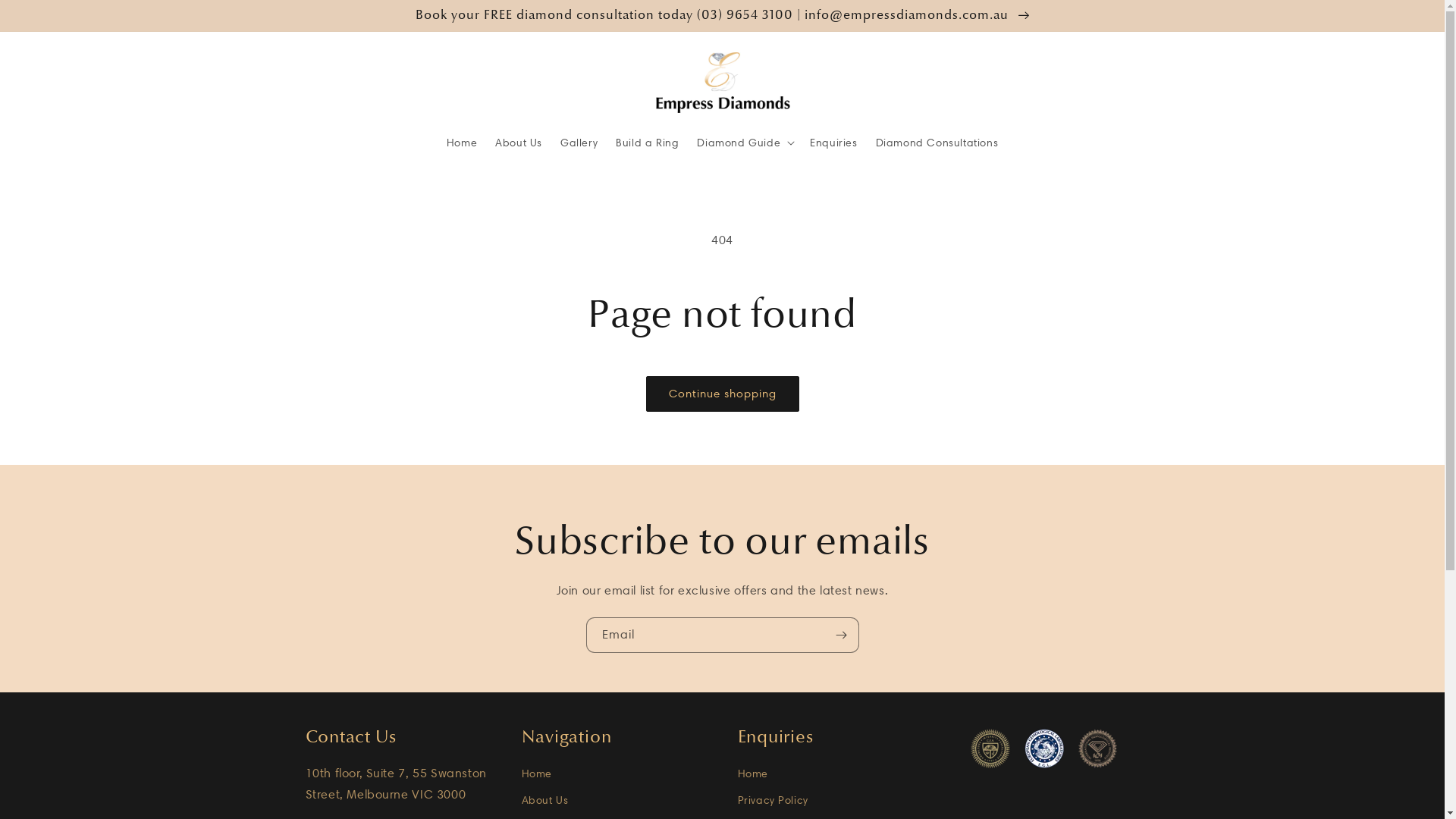  Describe the element at coordinates (647, 143) in the screenshot. I see `'Build a Ring'` at that location.